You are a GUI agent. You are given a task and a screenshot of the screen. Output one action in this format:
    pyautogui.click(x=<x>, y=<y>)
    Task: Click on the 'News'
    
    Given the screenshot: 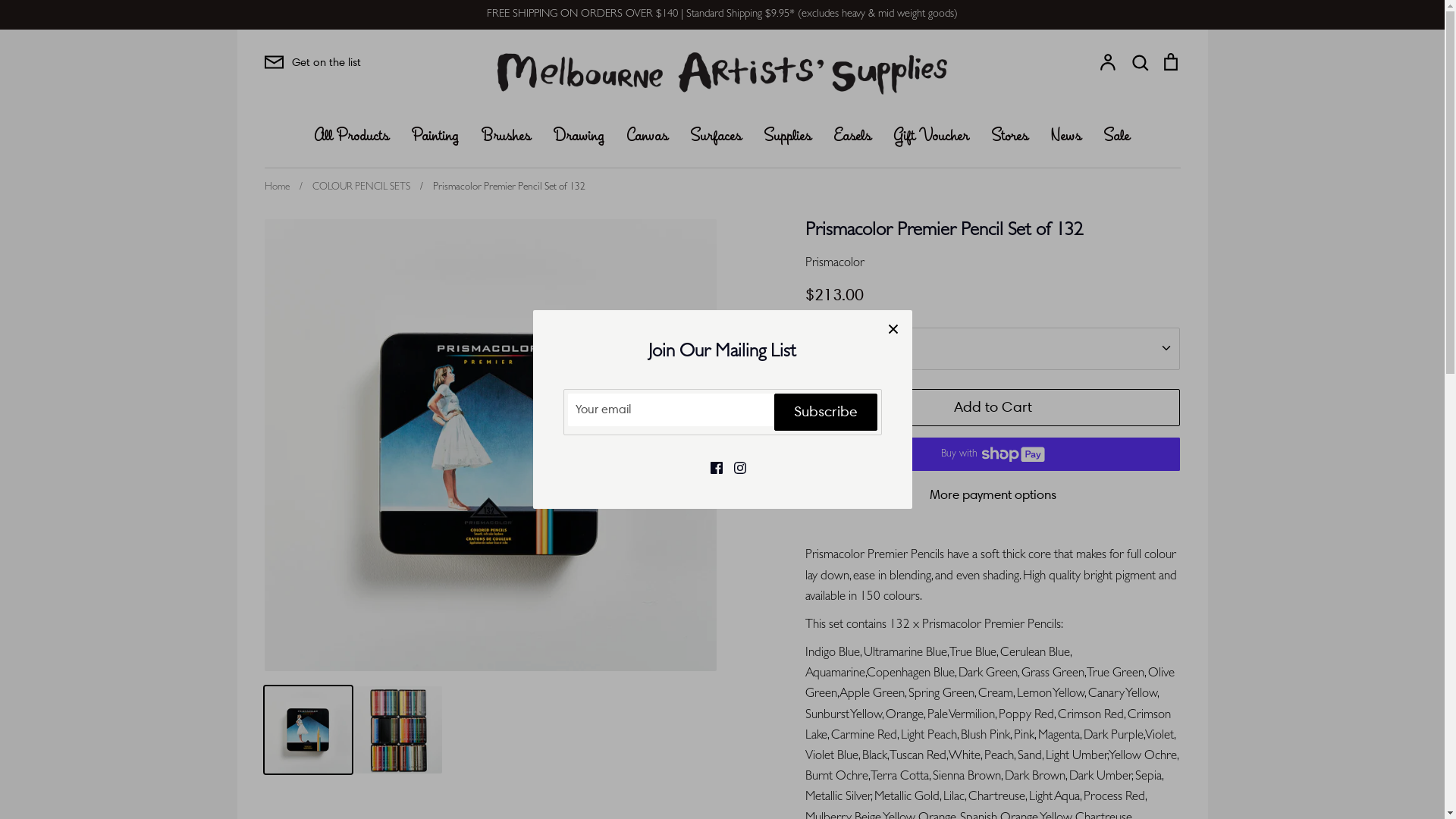 What is the action you would take?
    pyautogui.click(x=1065, y=136)
    